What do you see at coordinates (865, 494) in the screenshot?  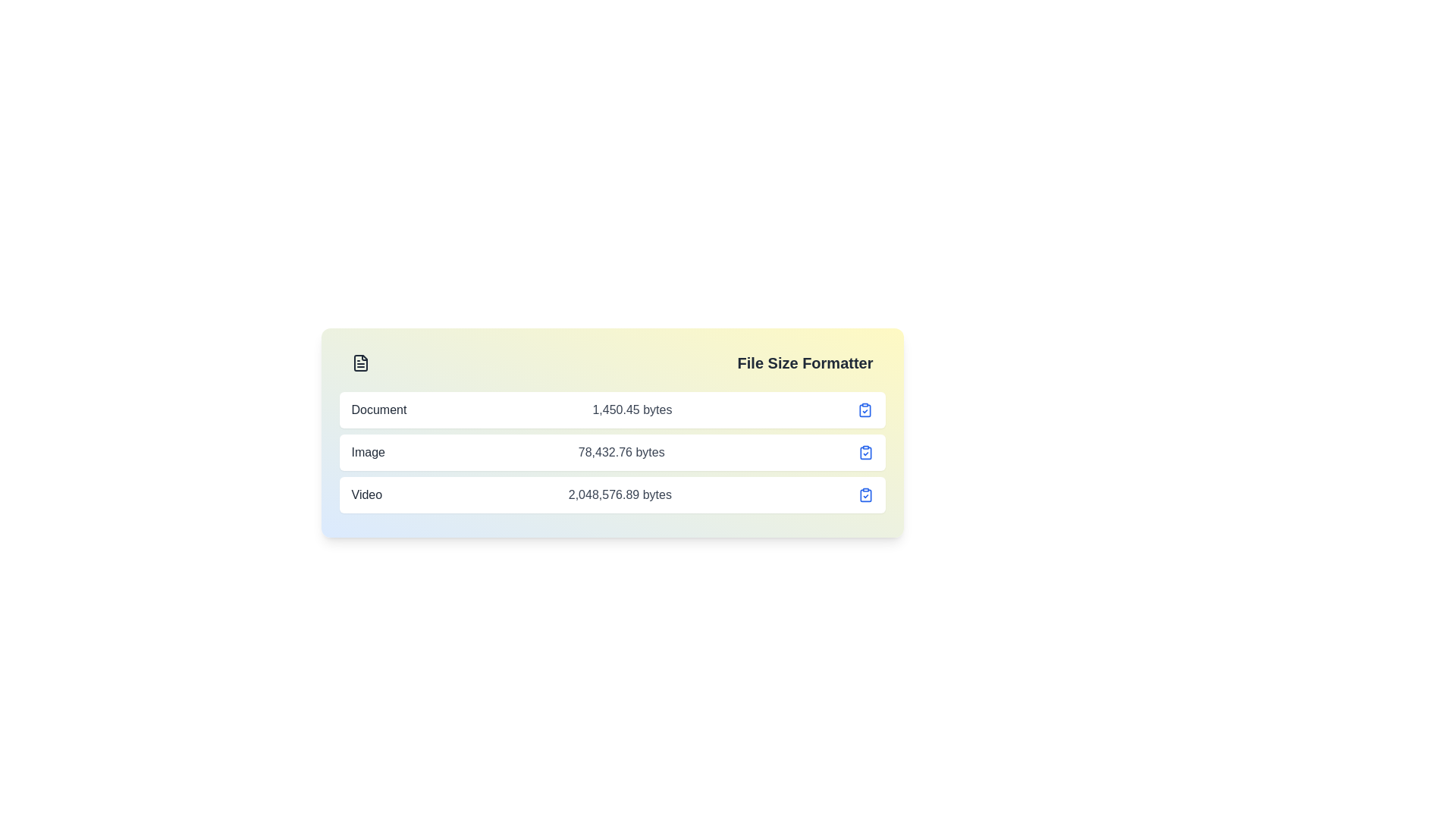 I see `the blue clipboard icon with a checkmark located at the far right of the bottom row associated with 'Video 2,048,576.89 bytes'` at bounding box center [865, 494].